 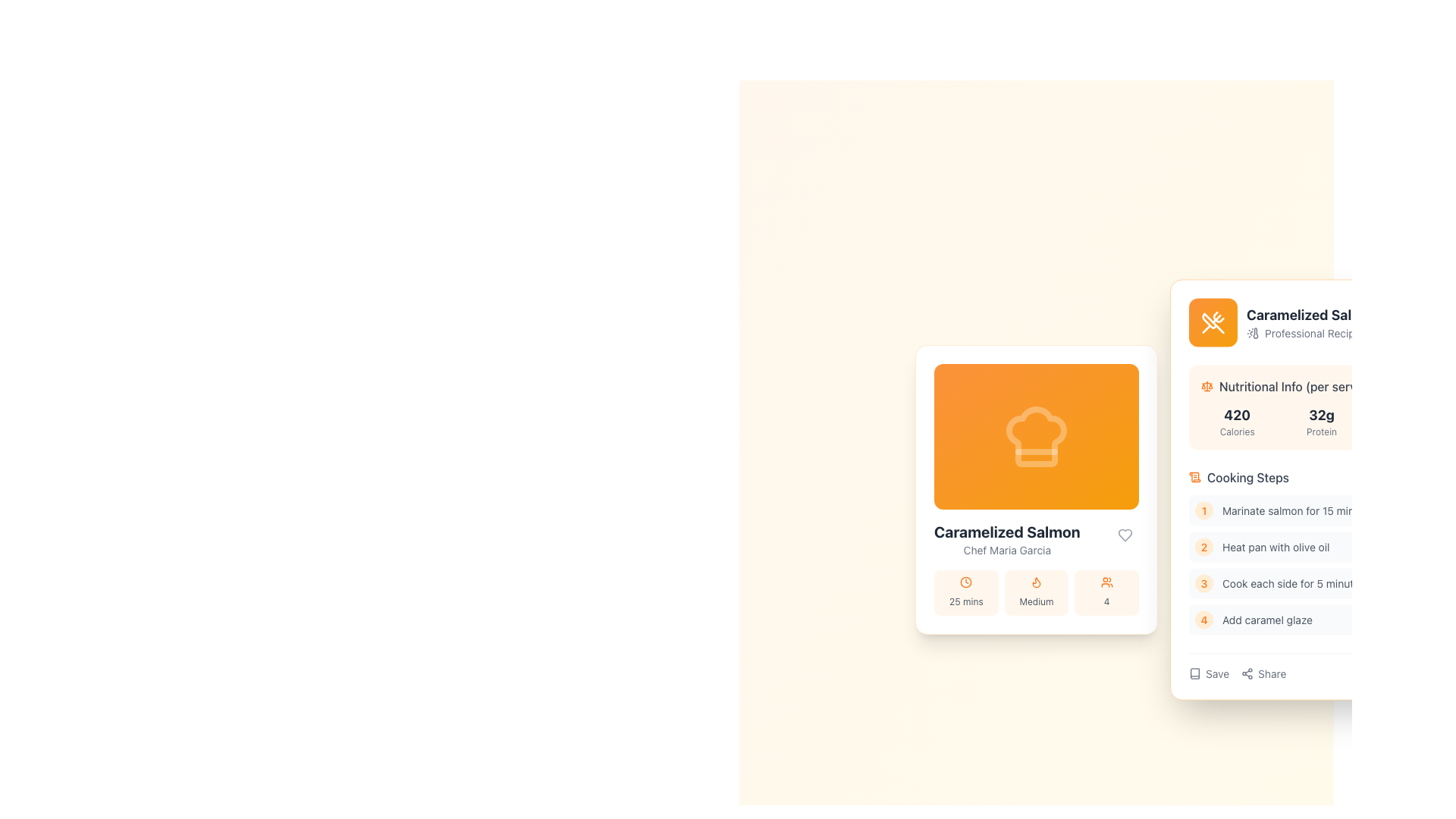 I want to click on the 'Share' button, which features a small gray text label and an icon representing a sharing action, located at the bottom of the panel to the right of the 'Save' button, so click(x=1263, y=673).